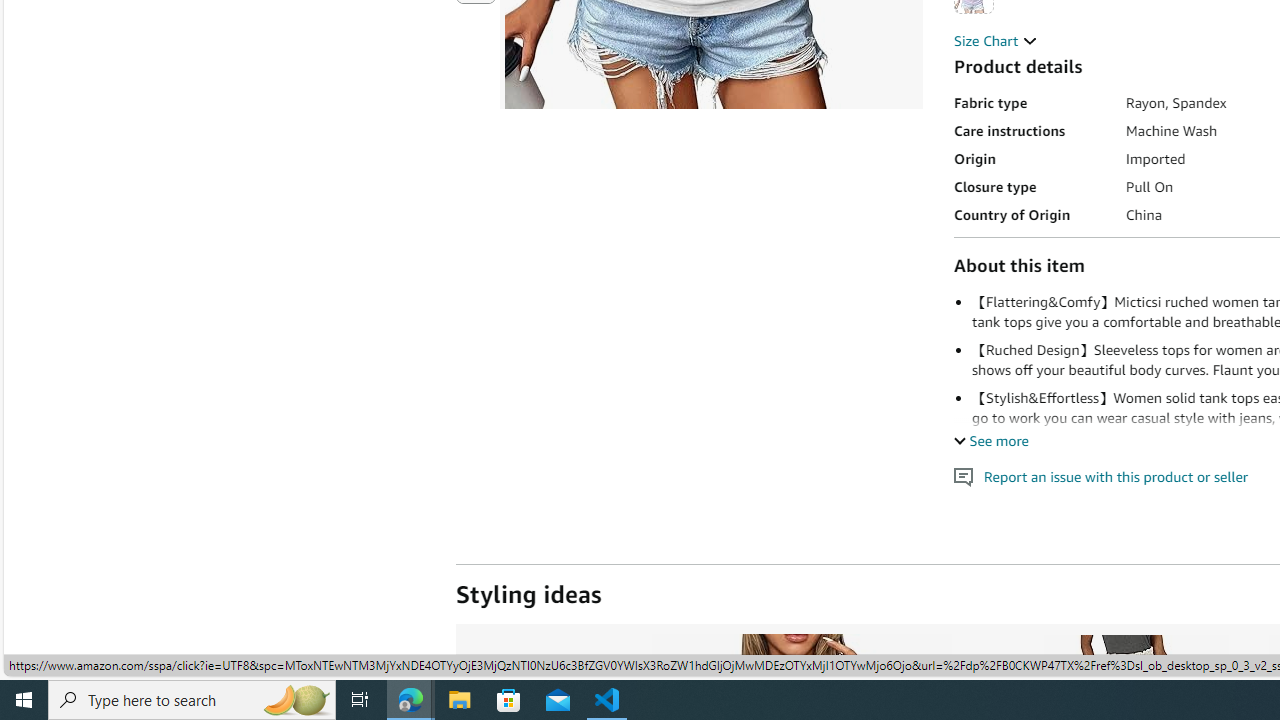 The height and width of the screenshot is (720, 1280). What do you see at coordinates (995, 41) in the screenshot?
I see `'Size Chart '` at bounding box center [995, 41].